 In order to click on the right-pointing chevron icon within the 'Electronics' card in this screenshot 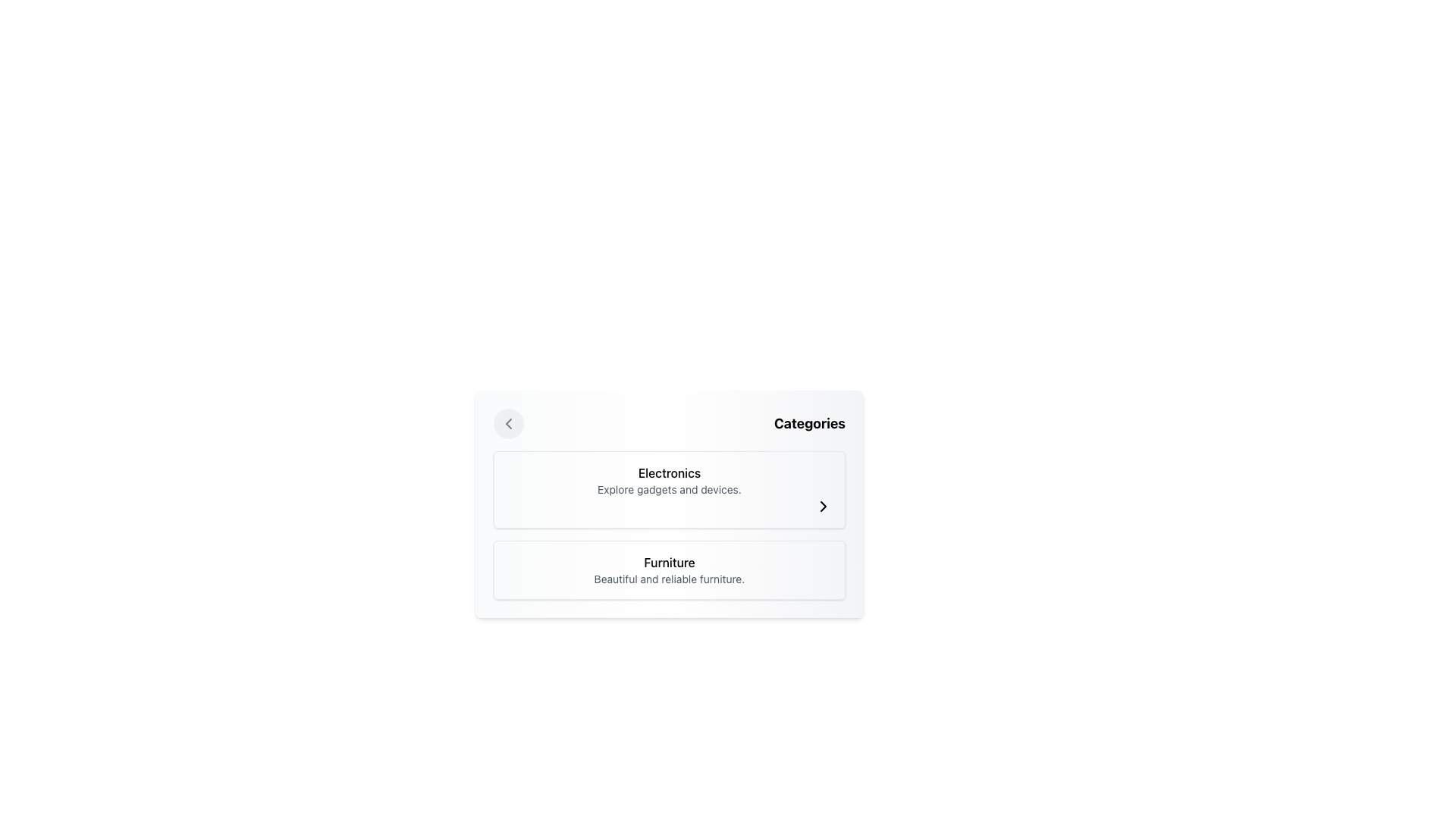, I will do `click(822, 506)`.